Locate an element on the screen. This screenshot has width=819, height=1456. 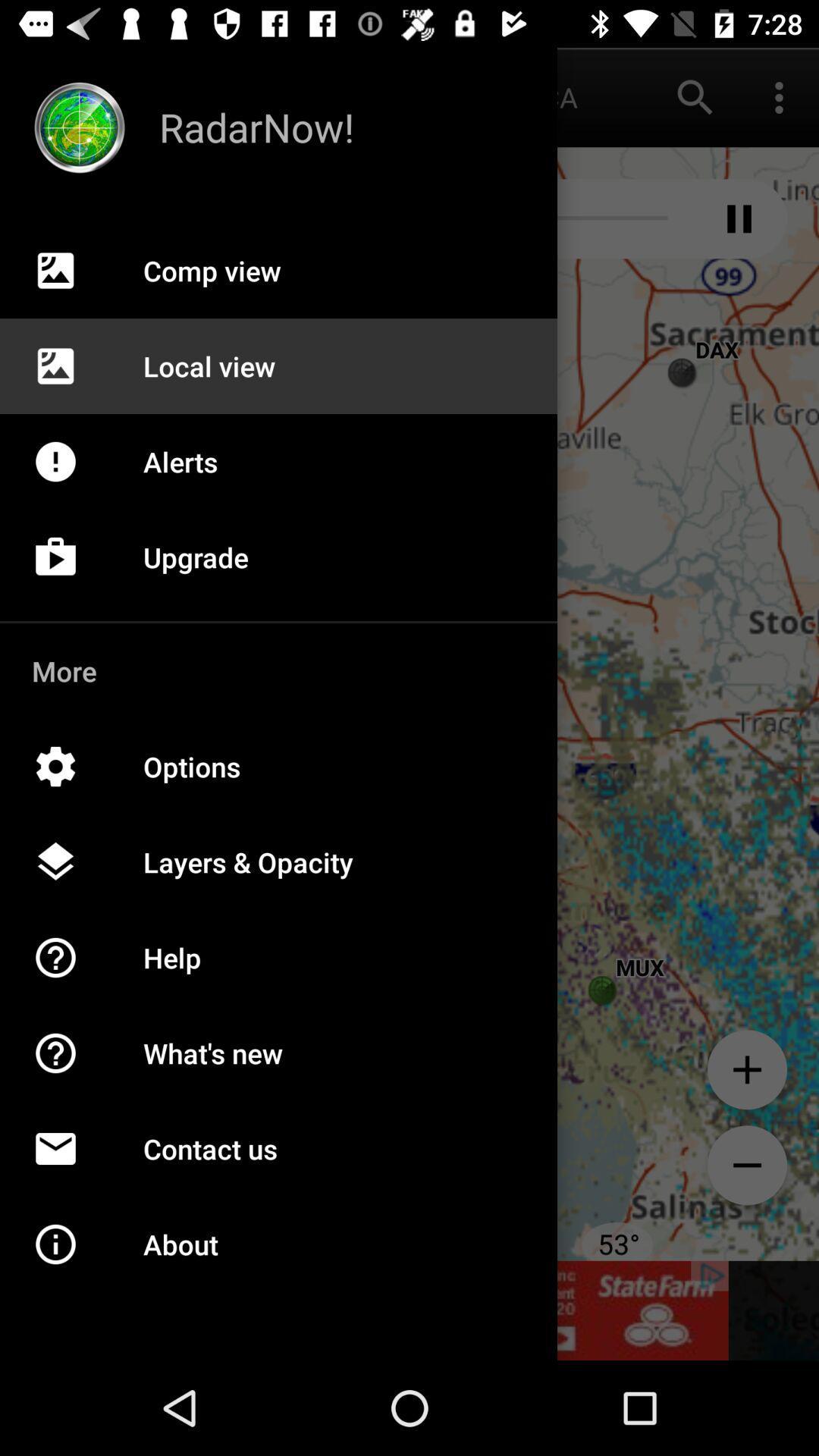
the add icon is located at coordinates (746, 1068).